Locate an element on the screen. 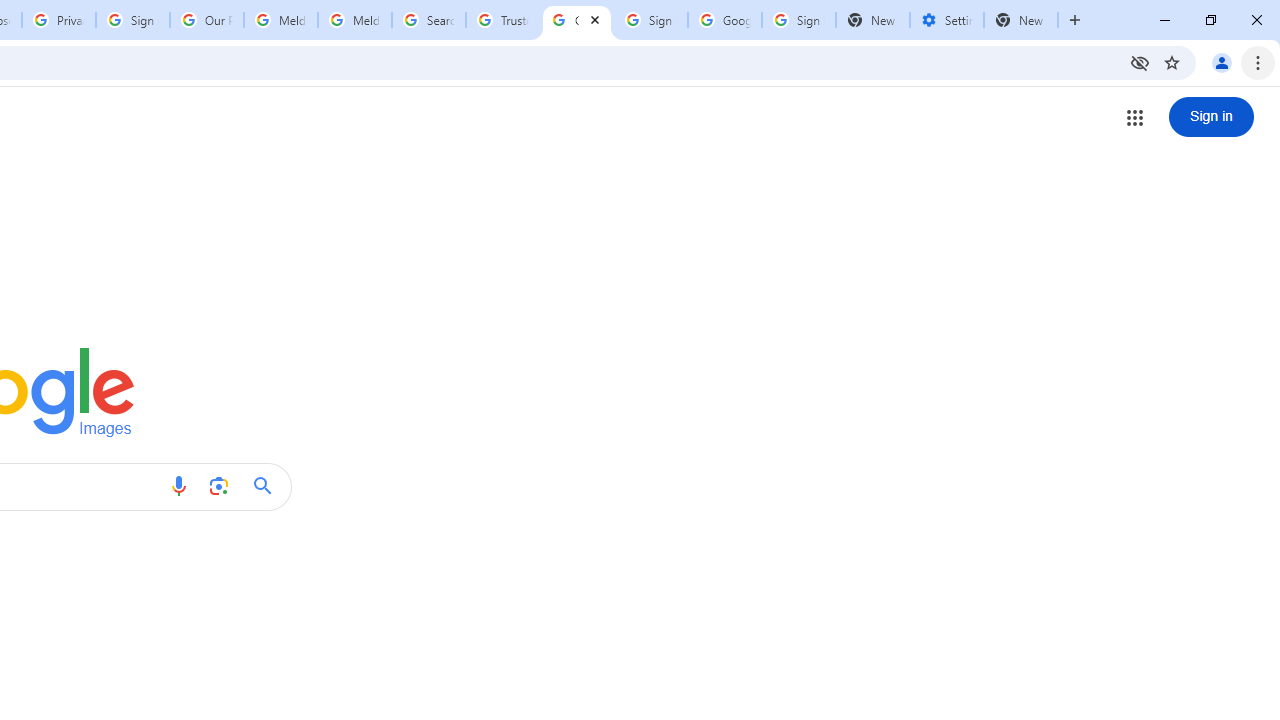  'Google apps' is located at coordinates (1134, 117).